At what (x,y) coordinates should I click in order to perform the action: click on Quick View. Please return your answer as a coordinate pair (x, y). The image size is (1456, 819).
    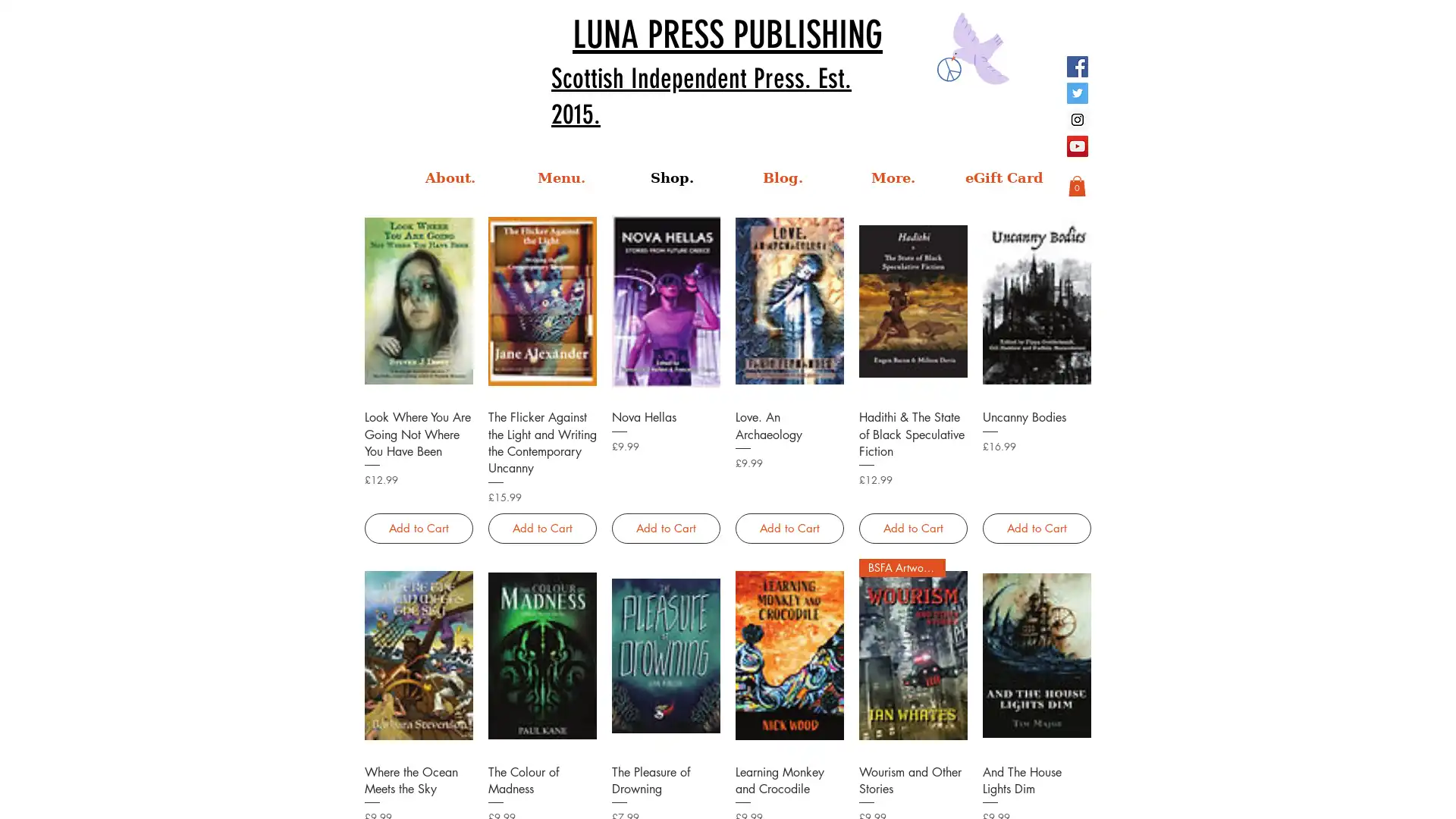
    Looking at the image, I should click on (912, 770).